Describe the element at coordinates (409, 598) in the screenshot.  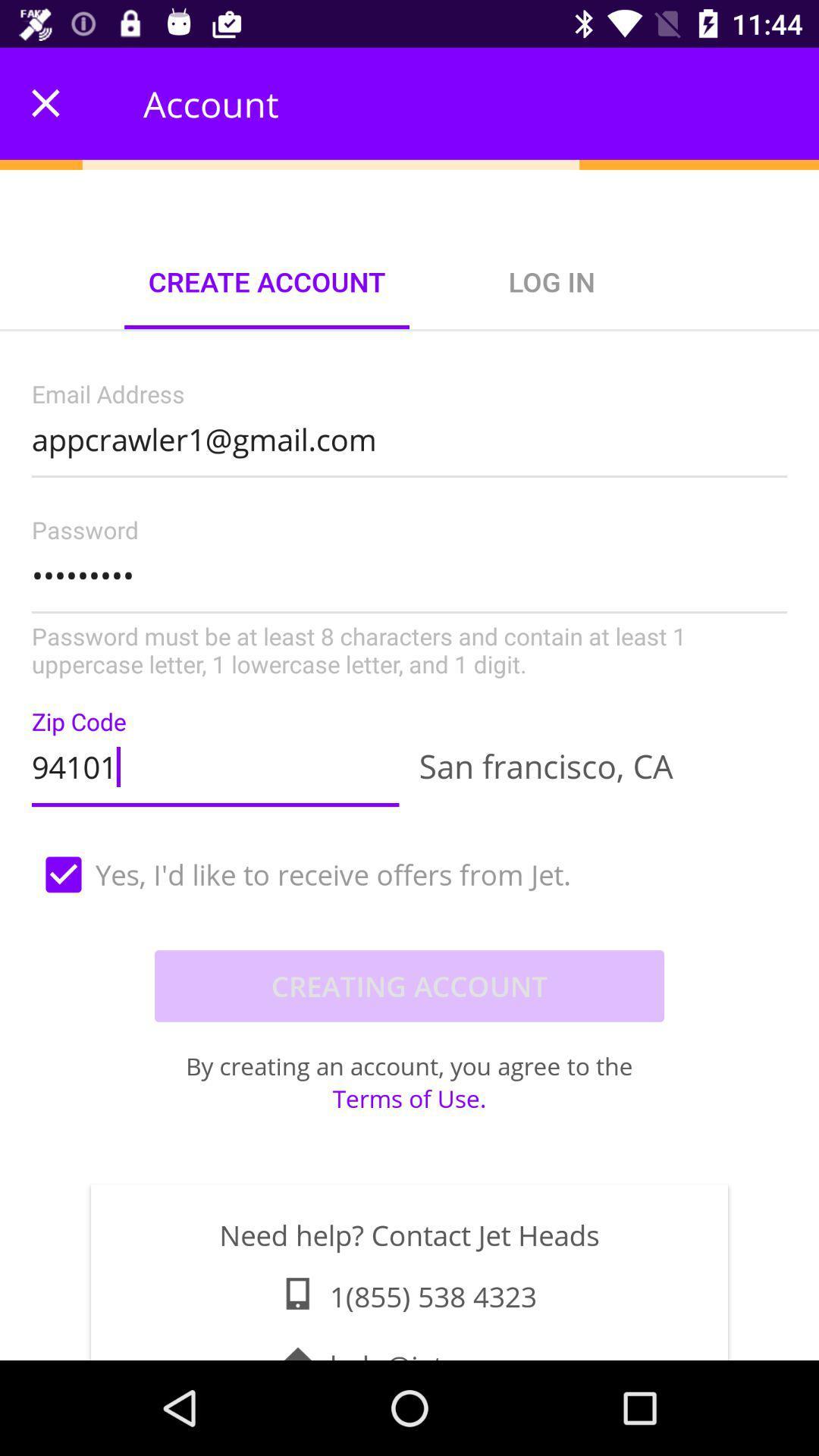
I see `the crowd3116` at that location.